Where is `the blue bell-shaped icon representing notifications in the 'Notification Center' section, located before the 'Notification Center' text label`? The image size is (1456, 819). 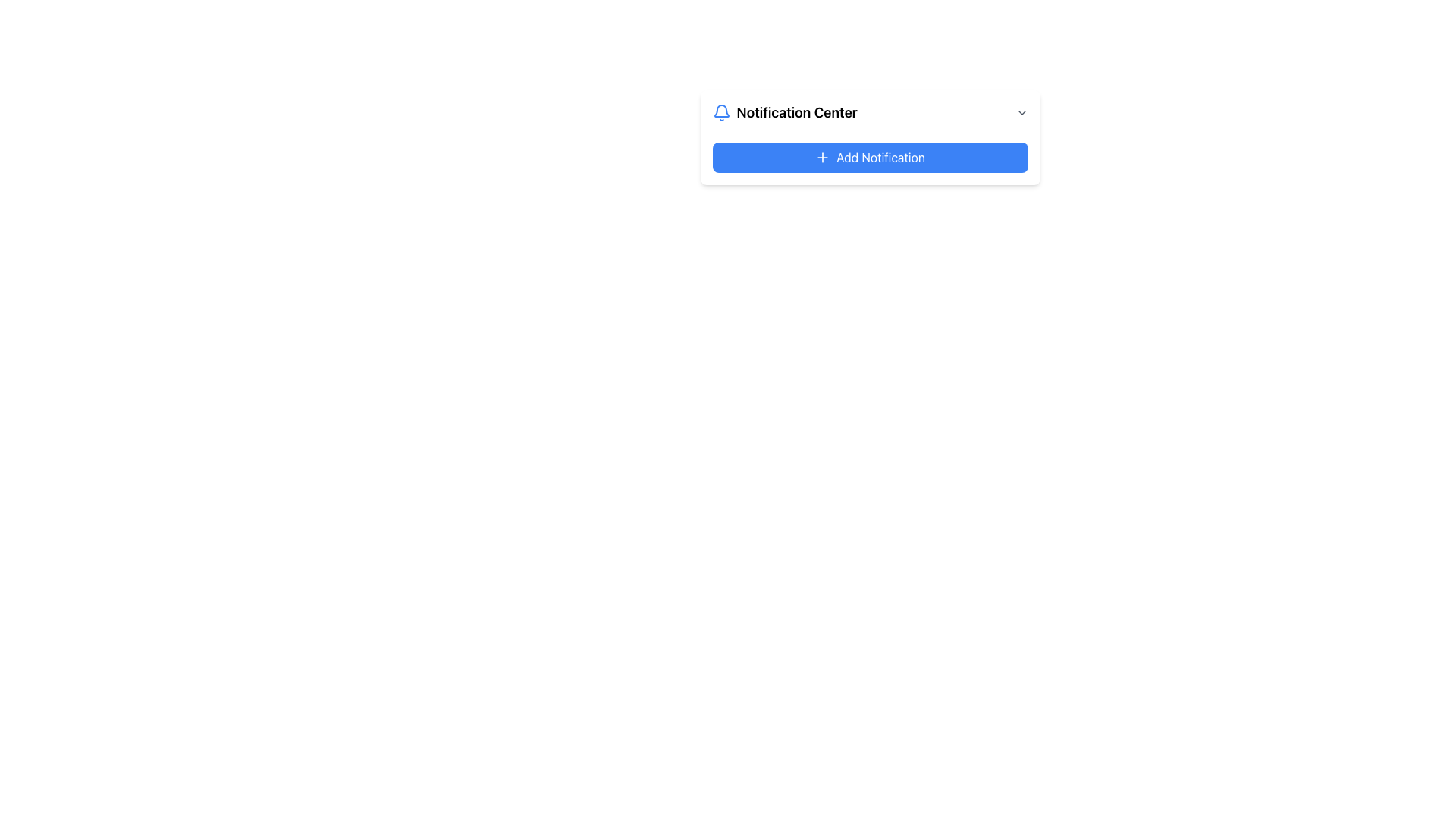
the blue bell-shaped icon representing notifications in the 'Notification Center' section, located before the 'Notification Center' text label is located at coordinates (720, 112).